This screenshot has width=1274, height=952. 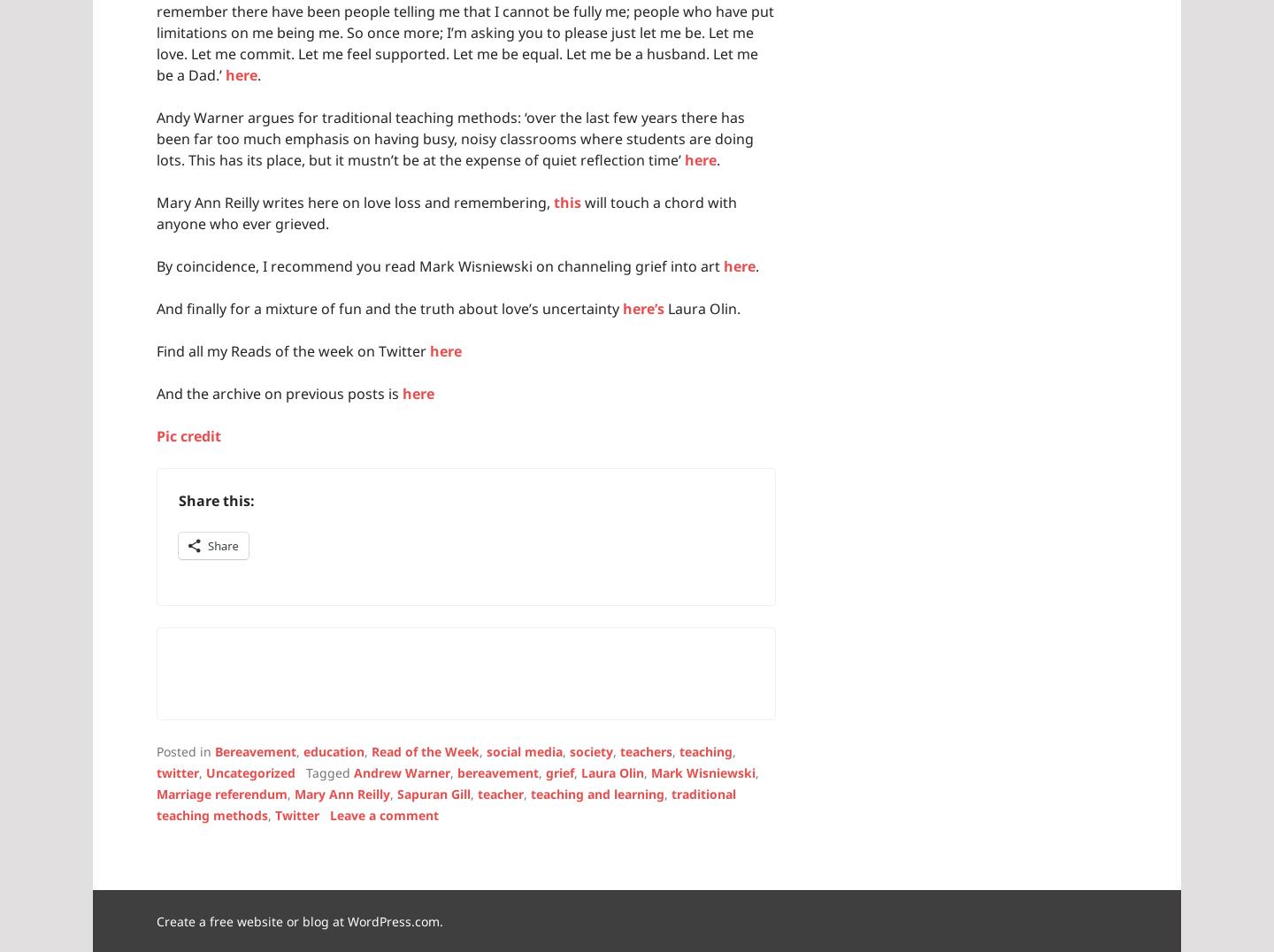 I want to click on 'teacher', so click(x=501, y=793).